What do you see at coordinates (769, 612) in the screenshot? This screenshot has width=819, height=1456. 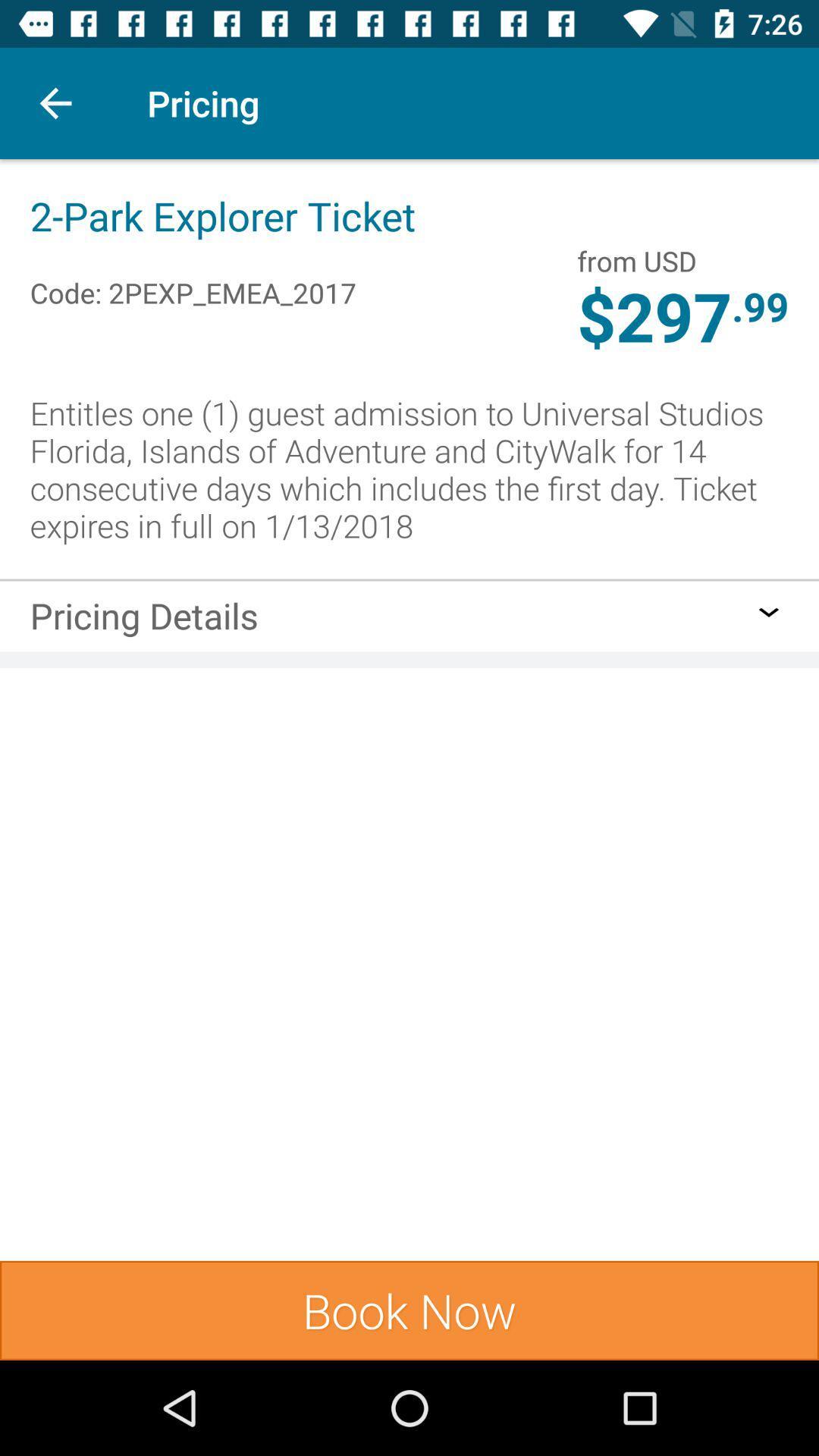 I see `drop down option` at bounding box center [769, 612].